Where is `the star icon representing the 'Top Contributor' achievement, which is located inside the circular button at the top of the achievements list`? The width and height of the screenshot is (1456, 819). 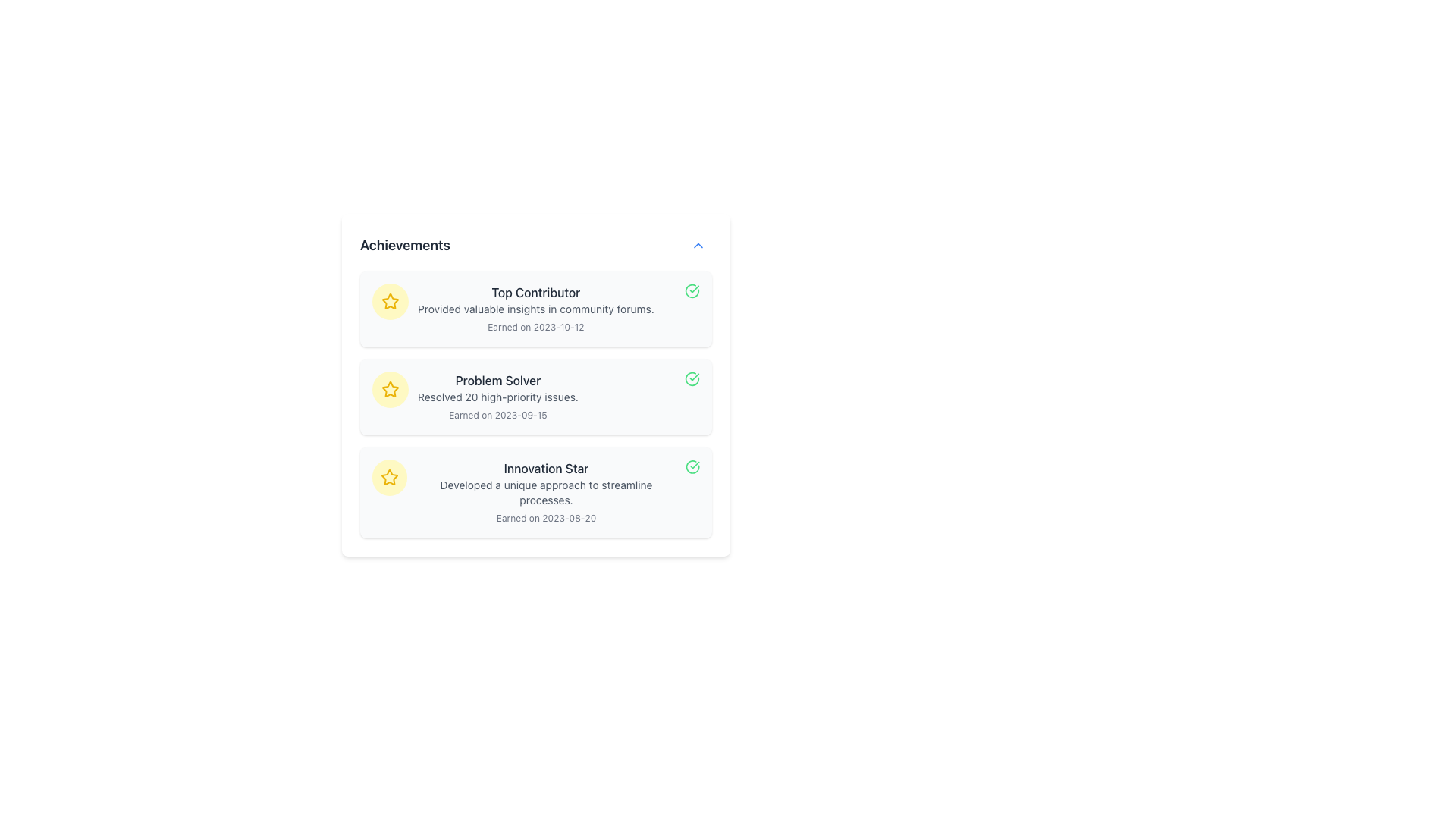 the star icon representing the 'Top Contributor' achievement, which is located inside the circular button at the top of the achievements list is located at coordinates (390, 301).